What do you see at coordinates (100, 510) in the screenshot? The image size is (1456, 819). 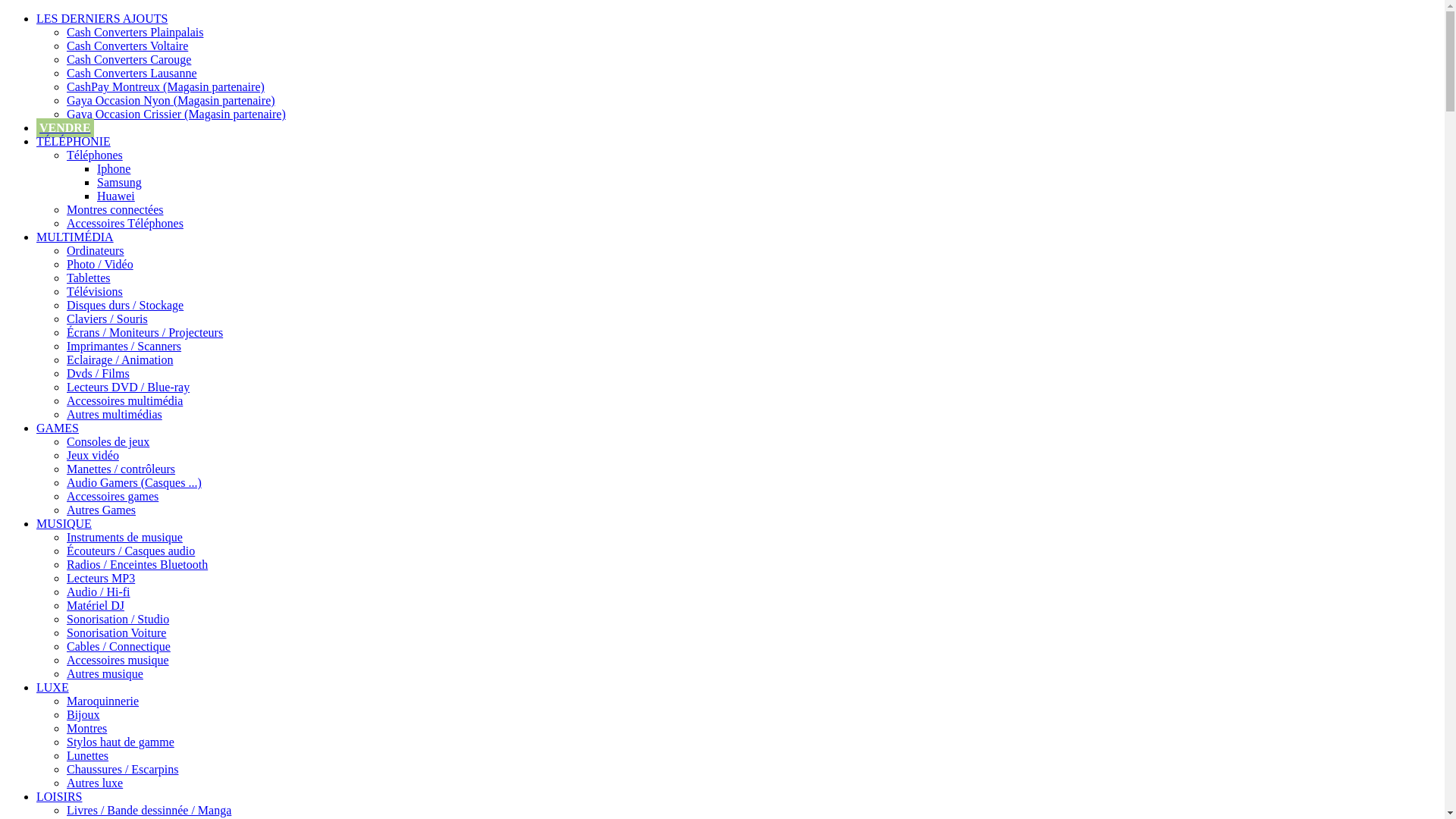 I see `'Autres Games'` at bounding box center [100, 510].